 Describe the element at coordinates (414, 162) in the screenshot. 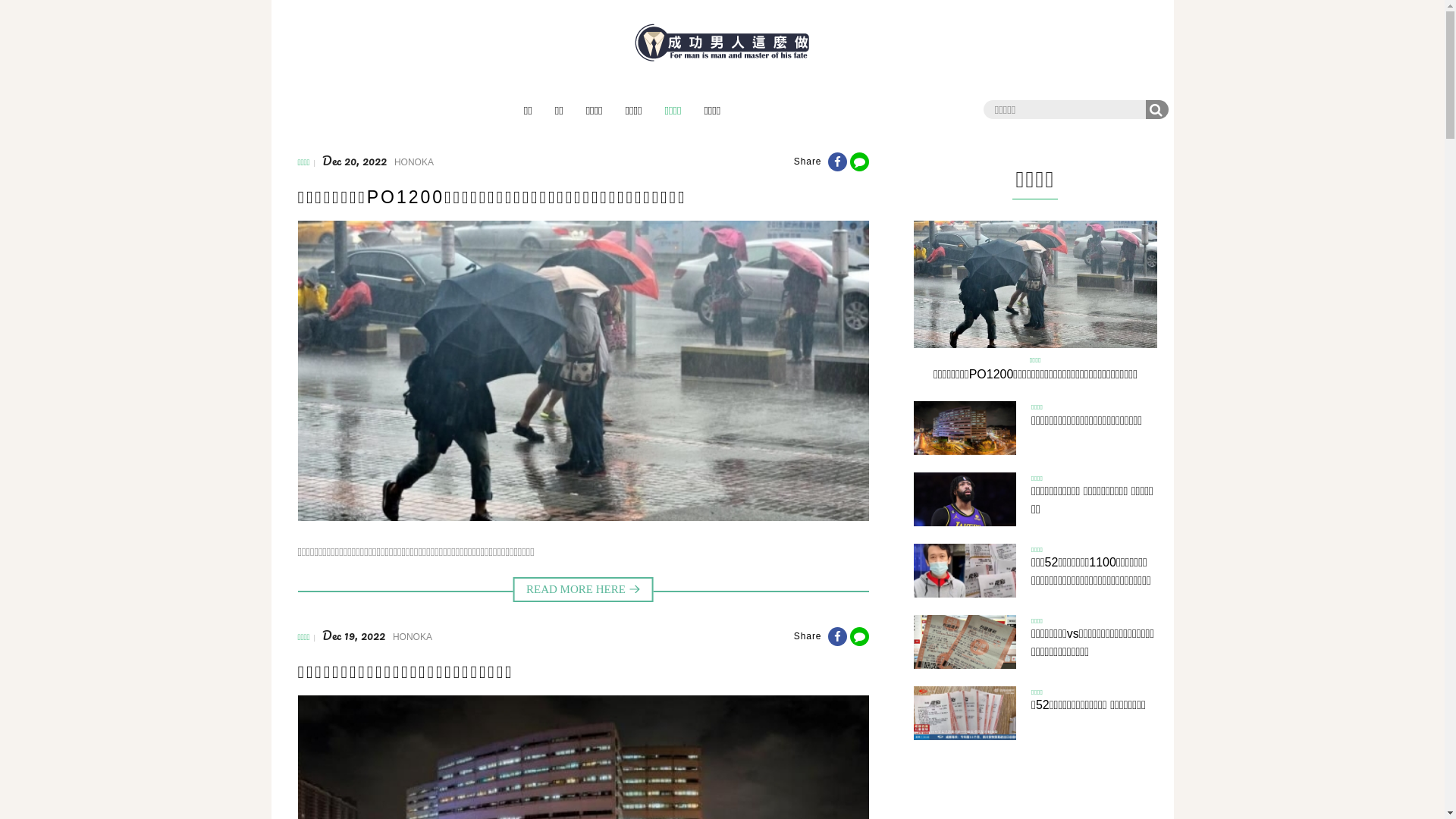

I see `'HONOKA'` at that location.